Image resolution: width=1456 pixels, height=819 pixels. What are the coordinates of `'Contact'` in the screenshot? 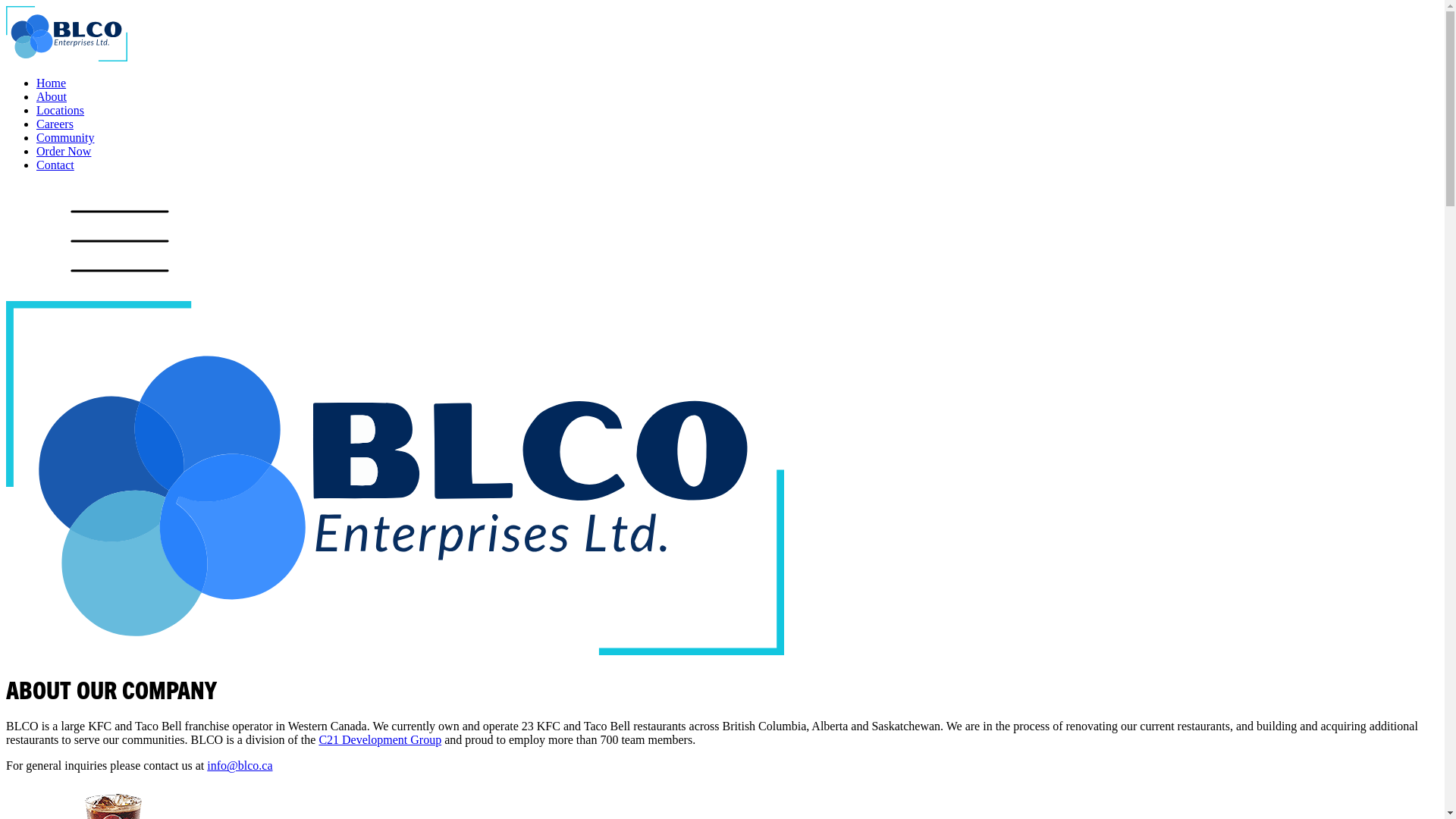 It's located at (55, 165).